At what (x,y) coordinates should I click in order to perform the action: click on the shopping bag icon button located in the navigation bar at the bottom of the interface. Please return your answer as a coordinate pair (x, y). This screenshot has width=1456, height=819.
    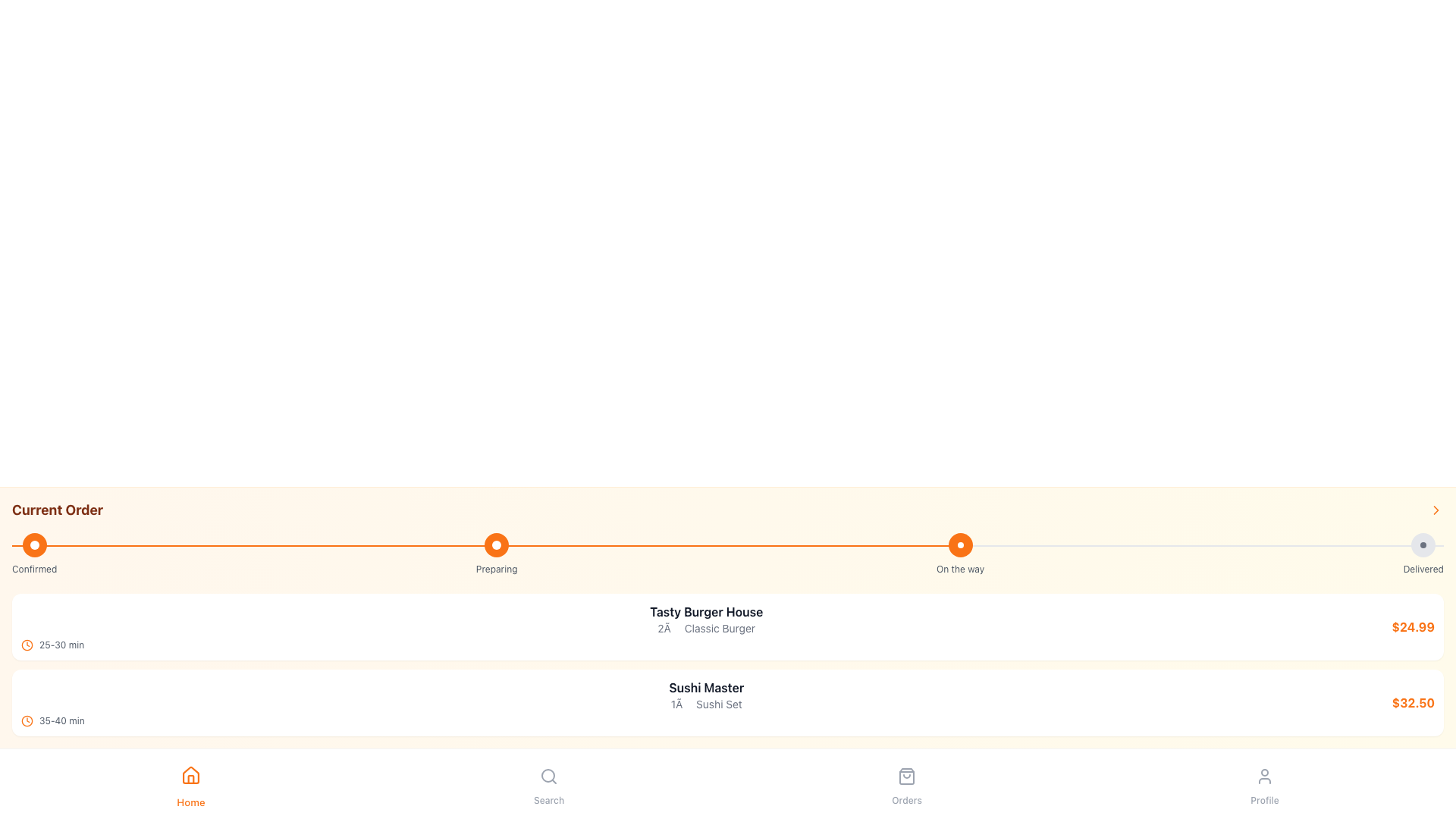
    Looking at the image, I should click on (907, 776).